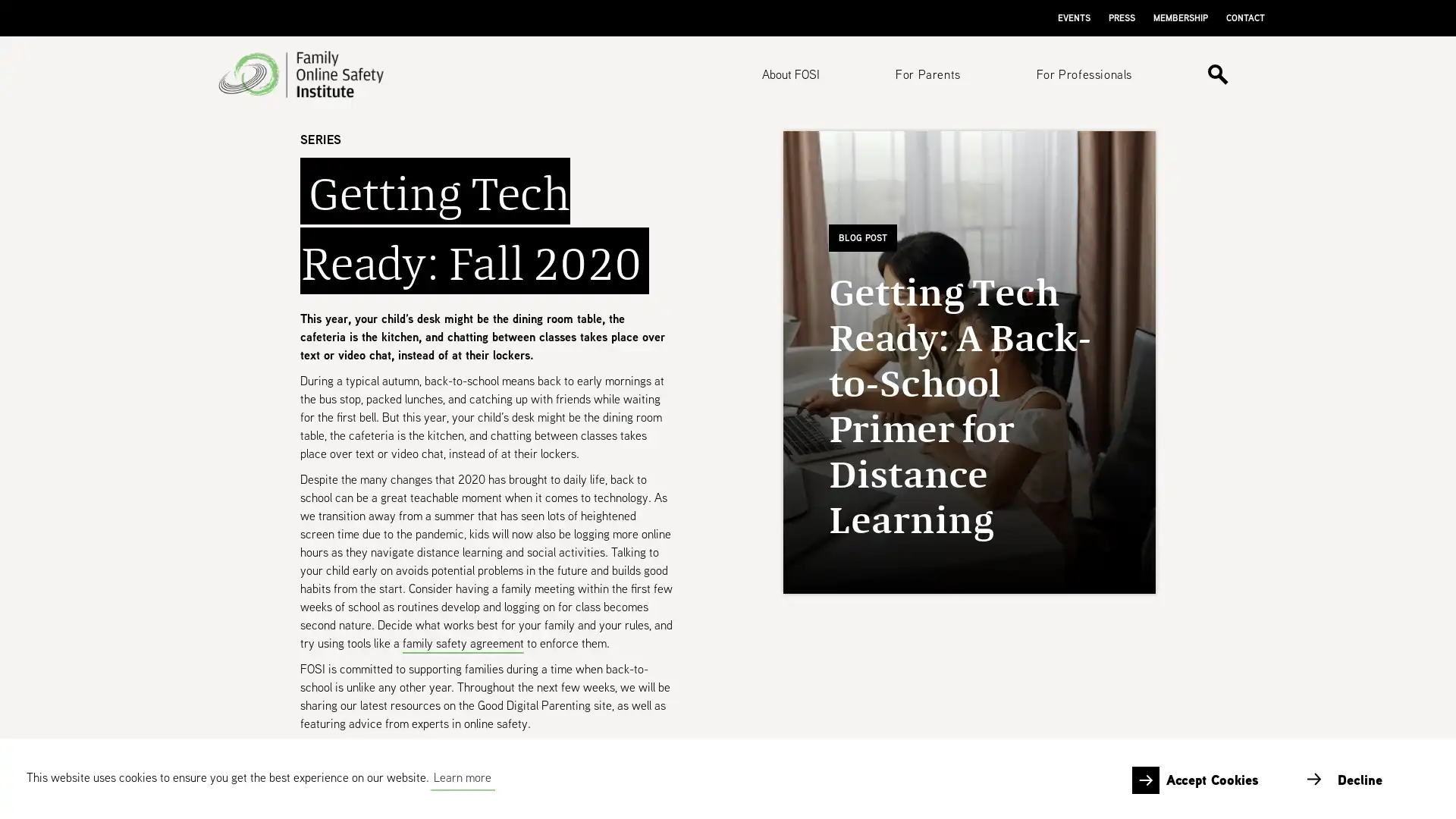  What do you see at coordinates (1345, 778) in the screenshot?
I see `deny cookies` at bounding box center [1345, 778].